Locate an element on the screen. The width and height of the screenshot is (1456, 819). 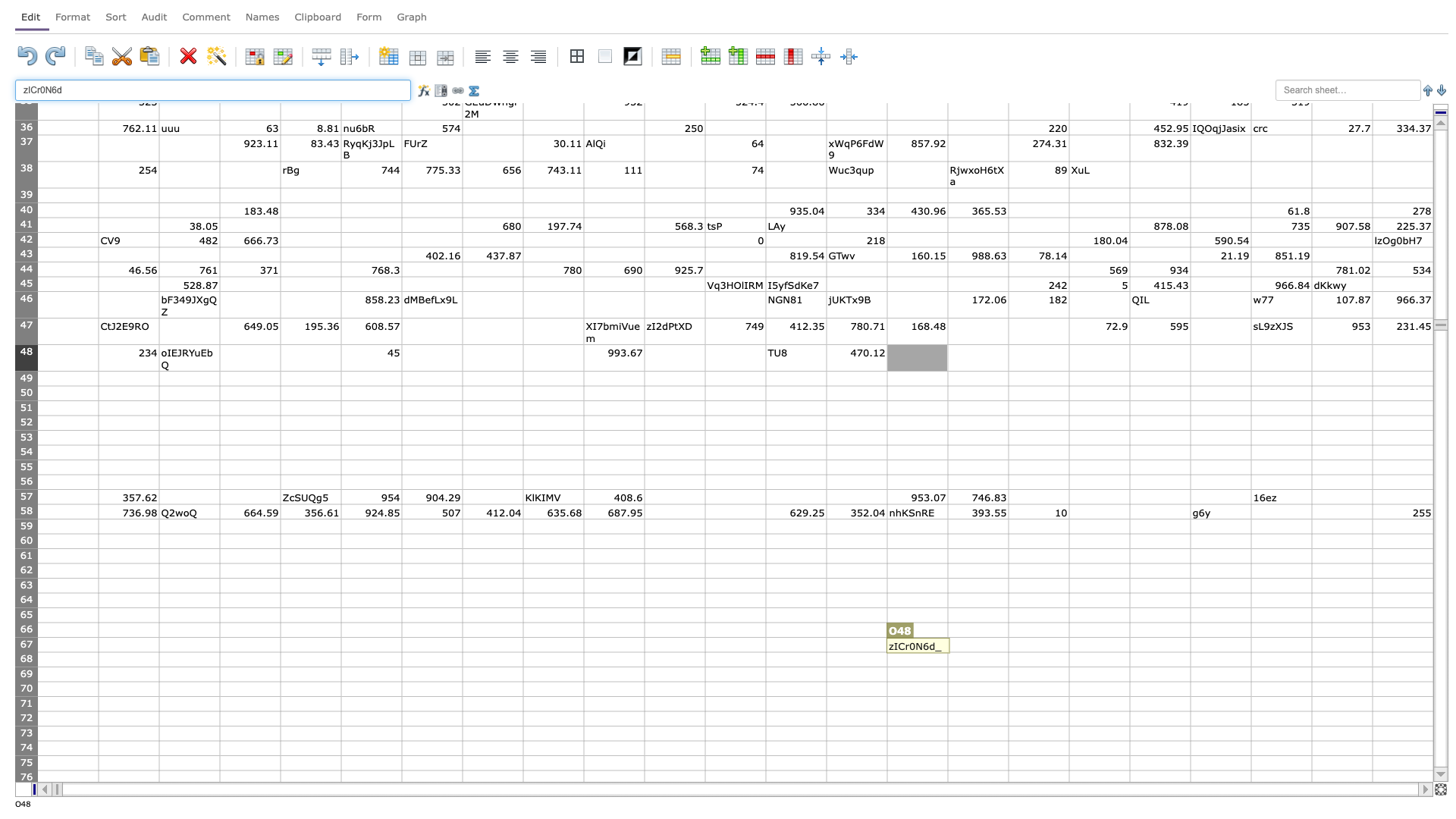
bottom right corner of P68 is located at coordinates (1008, 666).